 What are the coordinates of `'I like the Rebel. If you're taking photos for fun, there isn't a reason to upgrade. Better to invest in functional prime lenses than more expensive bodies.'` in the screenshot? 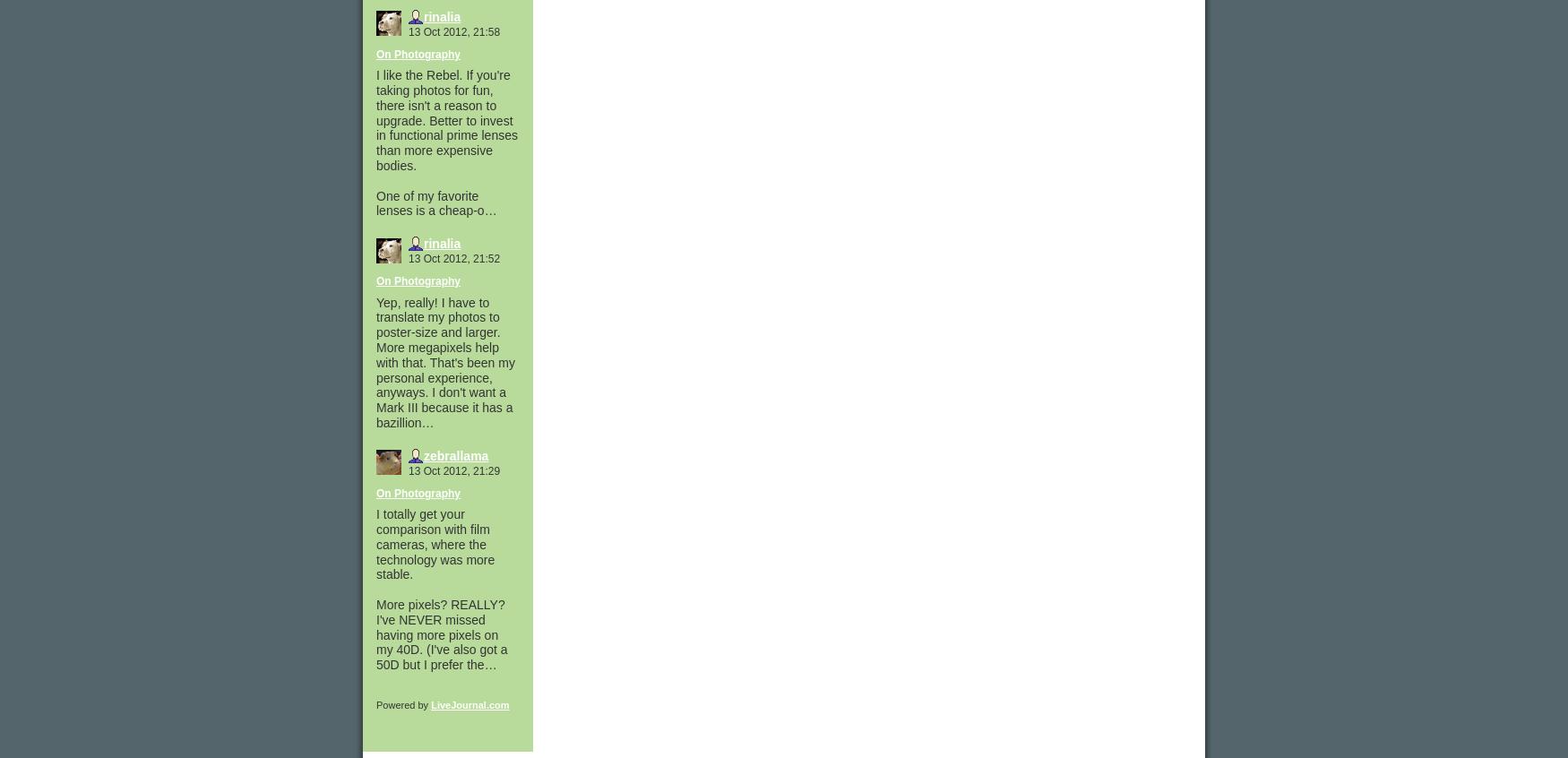 It's located at (446, 120).